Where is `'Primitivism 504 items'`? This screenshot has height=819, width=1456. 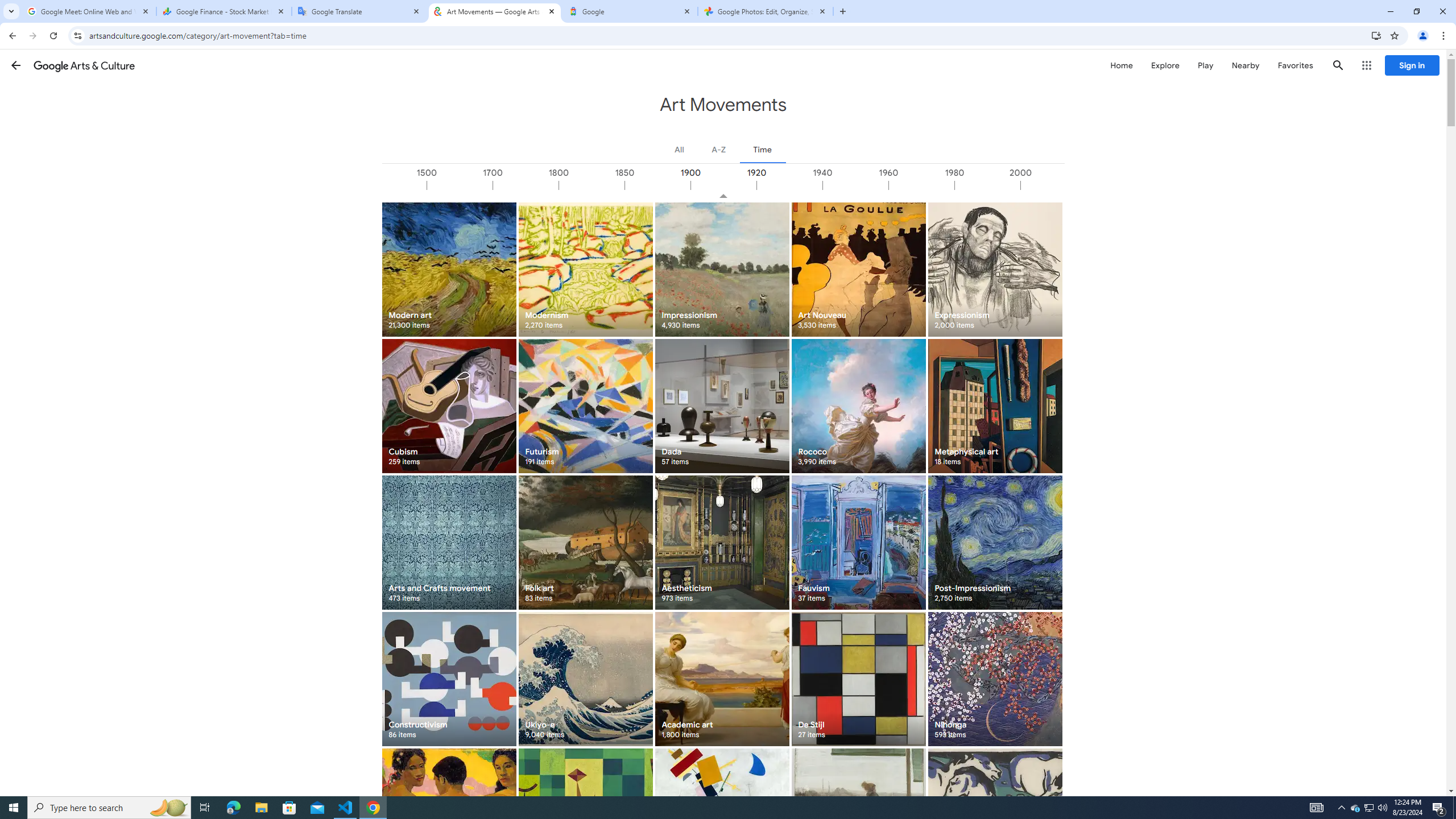
'Primitivism 504 items' is located at coordinates (448, 815).